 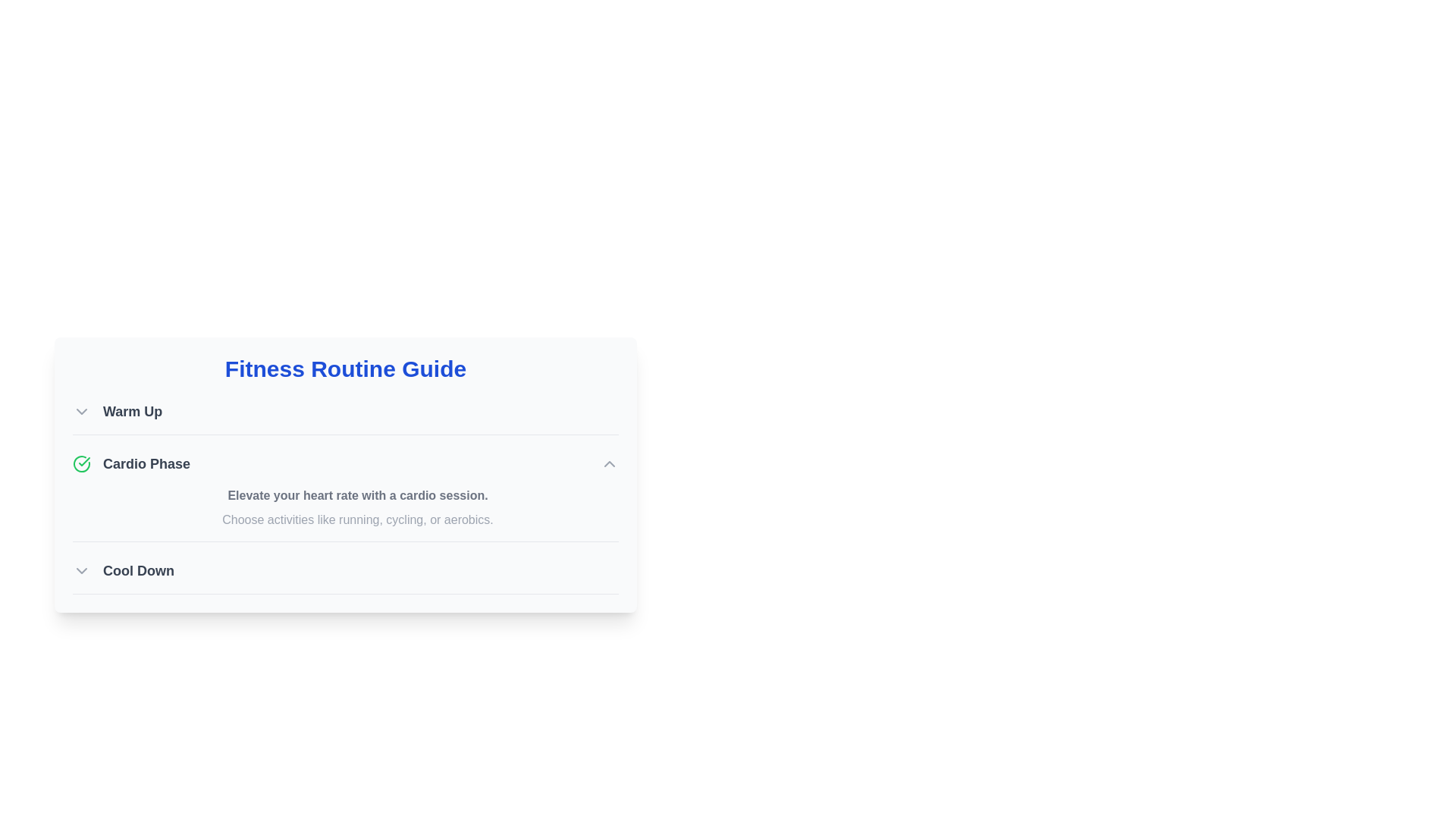 What do you see at coordinates (131, 463) in the screenshot?
I see `the 'Cardio Phase' label, which is styled with bold gray typography and is located next to a green circle icon with a checkmark, indicating completion or success, under the 'Warm Up' section` at bounding box center [131, 463].